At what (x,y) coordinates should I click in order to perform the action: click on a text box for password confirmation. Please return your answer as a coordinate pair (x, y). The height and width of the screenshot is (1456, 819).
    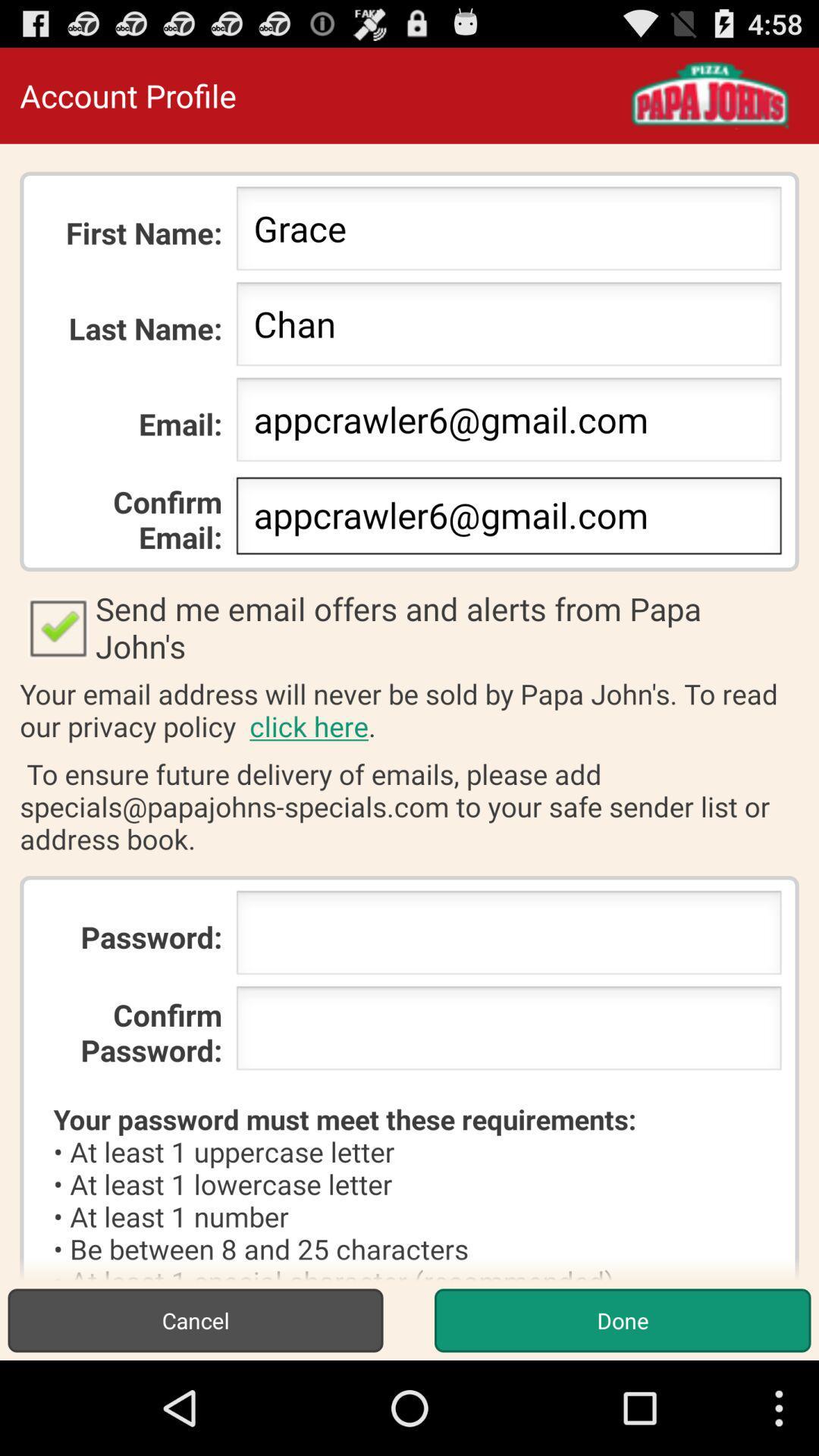
    Looking at the image, I should click on (509, 1032).